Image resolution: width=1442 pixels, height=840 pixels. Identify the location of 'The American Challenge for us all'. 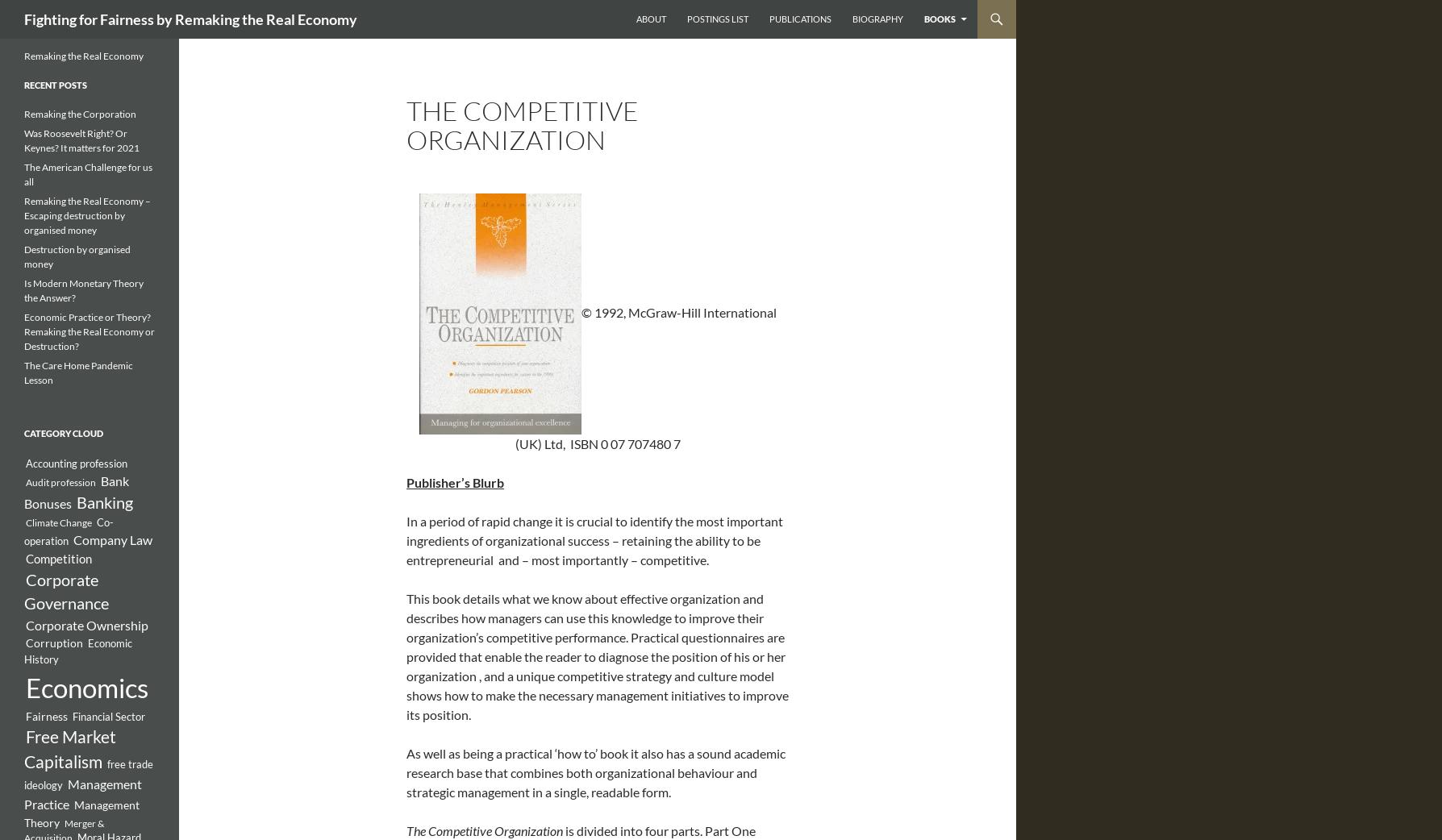
(88, 173).